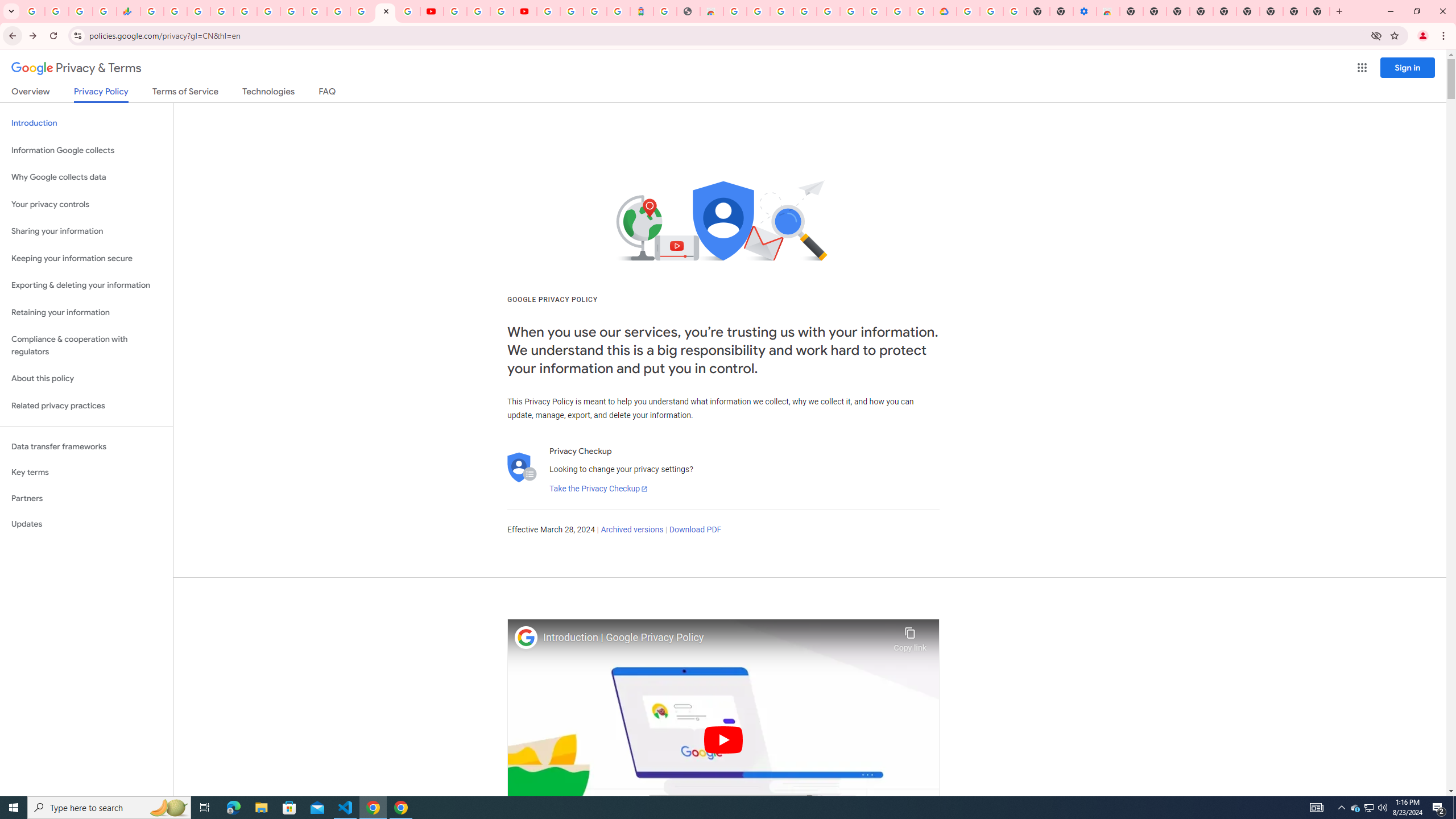 The width and height of the screenshot is (1456, 819). What do you see at coordinates (185, 93) in the screenshot?
I see `'Terms of Service'` at bounding box center [185, 93].